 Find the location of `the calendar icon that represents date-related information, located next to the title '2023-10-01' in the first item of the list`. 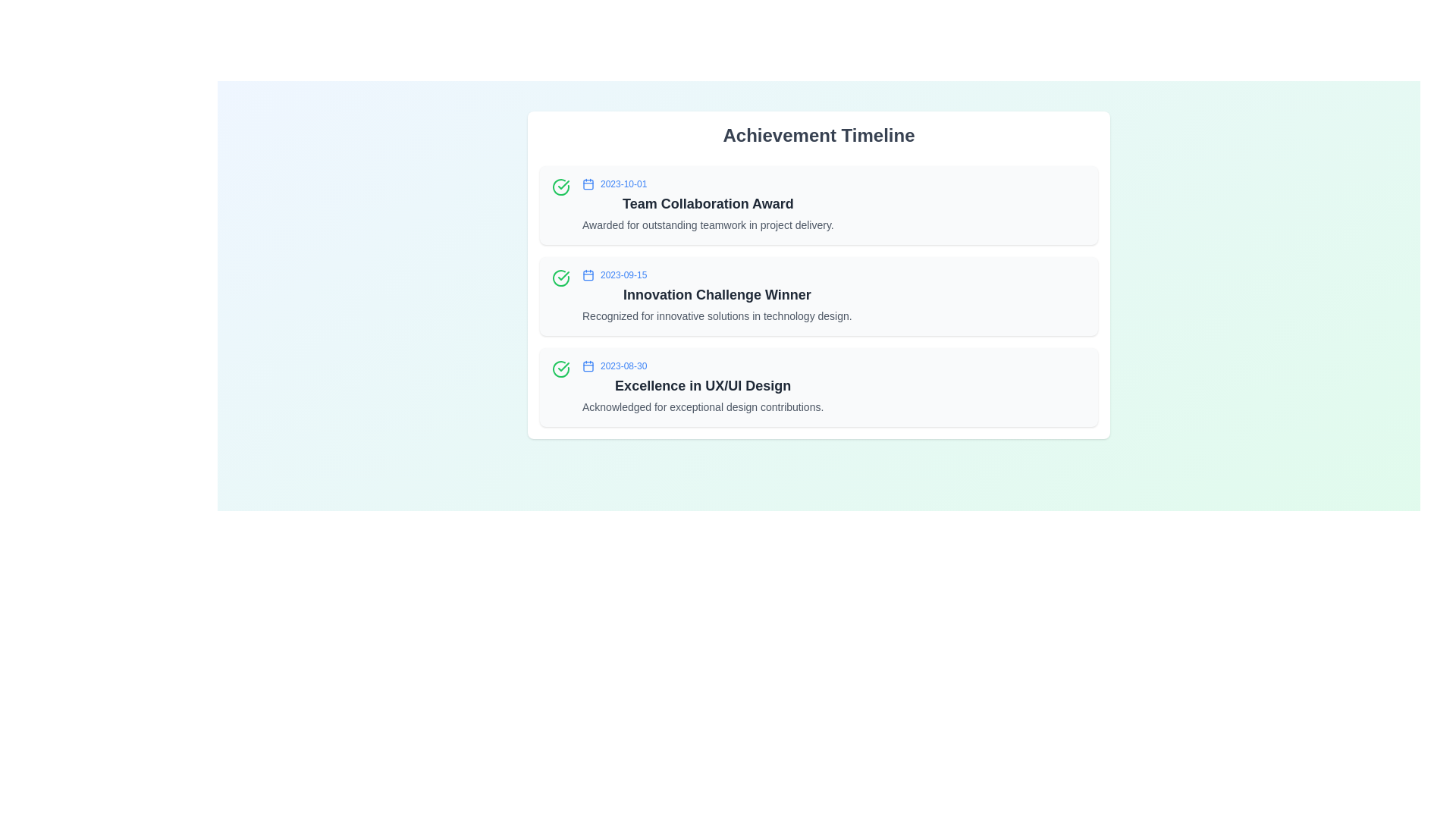

the calendar icon that represents date-related information, located next to the title '2023-10-01' in the first item of the list is located at coordinates (588, 184).